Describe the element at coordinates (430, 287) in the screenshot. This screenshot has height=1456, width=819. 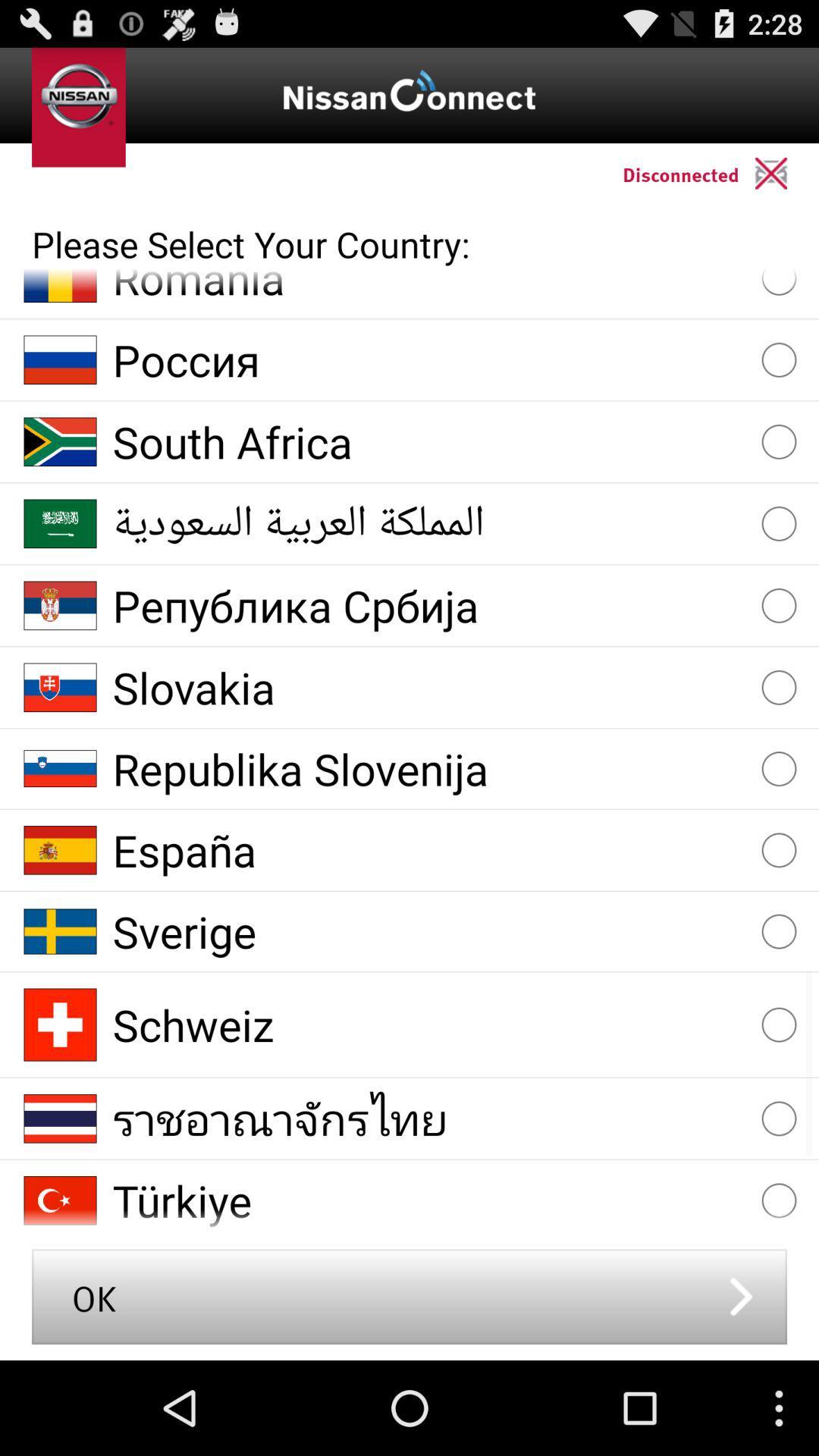
I see `the romania` at that location.